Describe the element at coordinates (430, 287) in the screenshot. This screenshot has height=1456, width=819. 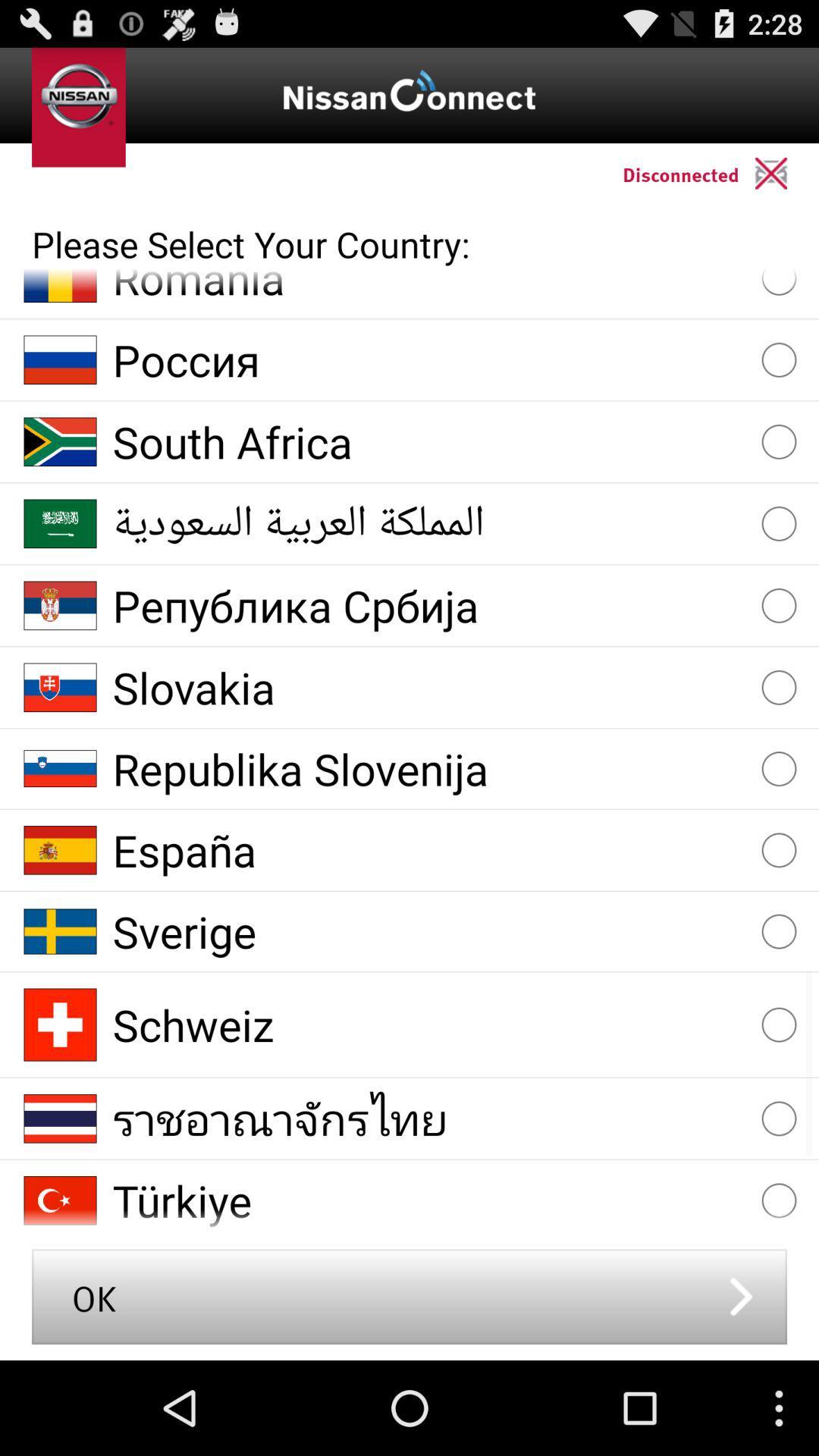
I see `the romania` at that location.